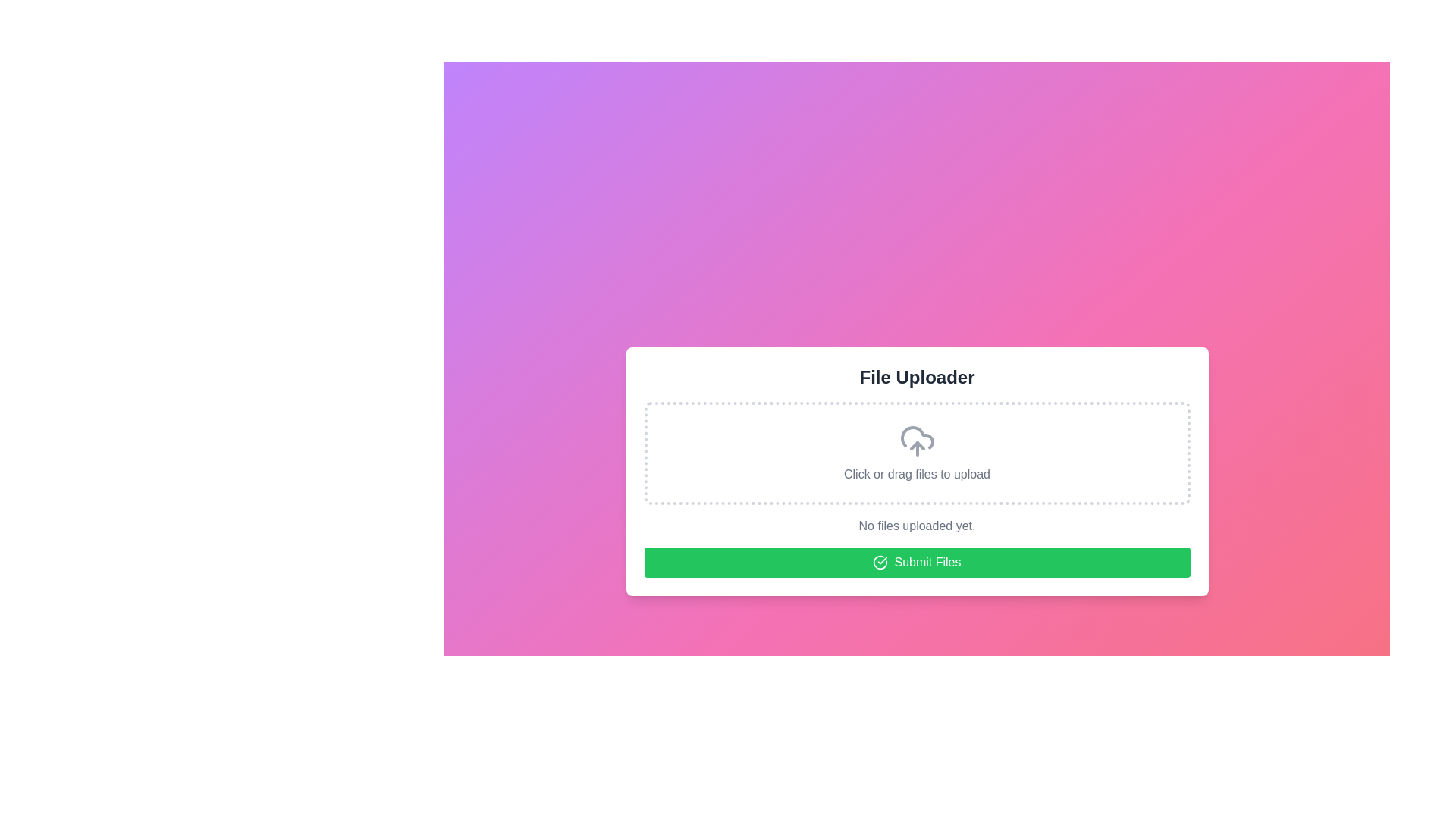  I want to click on the 'Submit Files' button, which features a circular green checkmark icon with white outlines to the left of the text, so click(880, 562).